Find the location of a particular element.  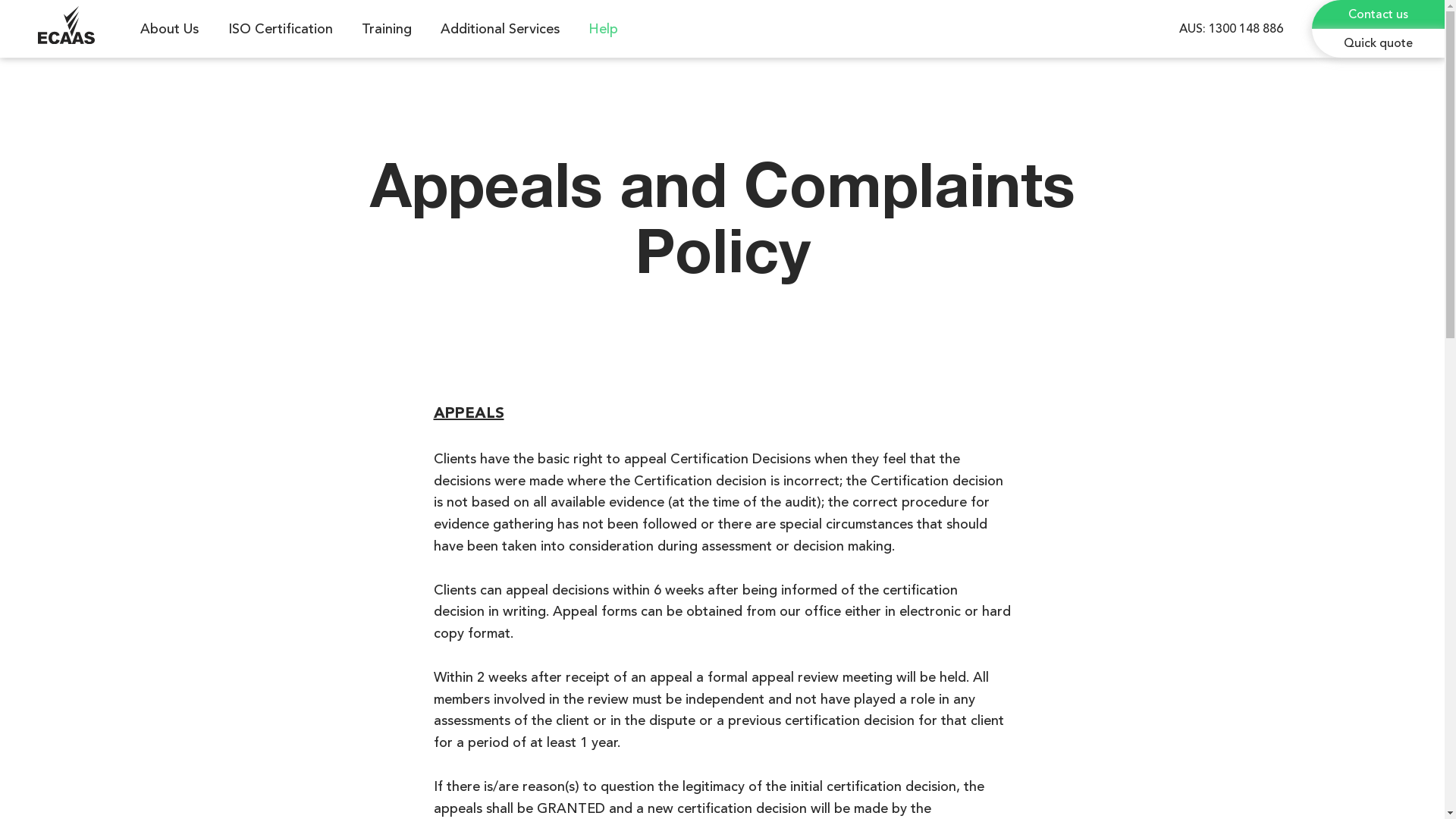

'About Us' is located at coordinates (172, 29).